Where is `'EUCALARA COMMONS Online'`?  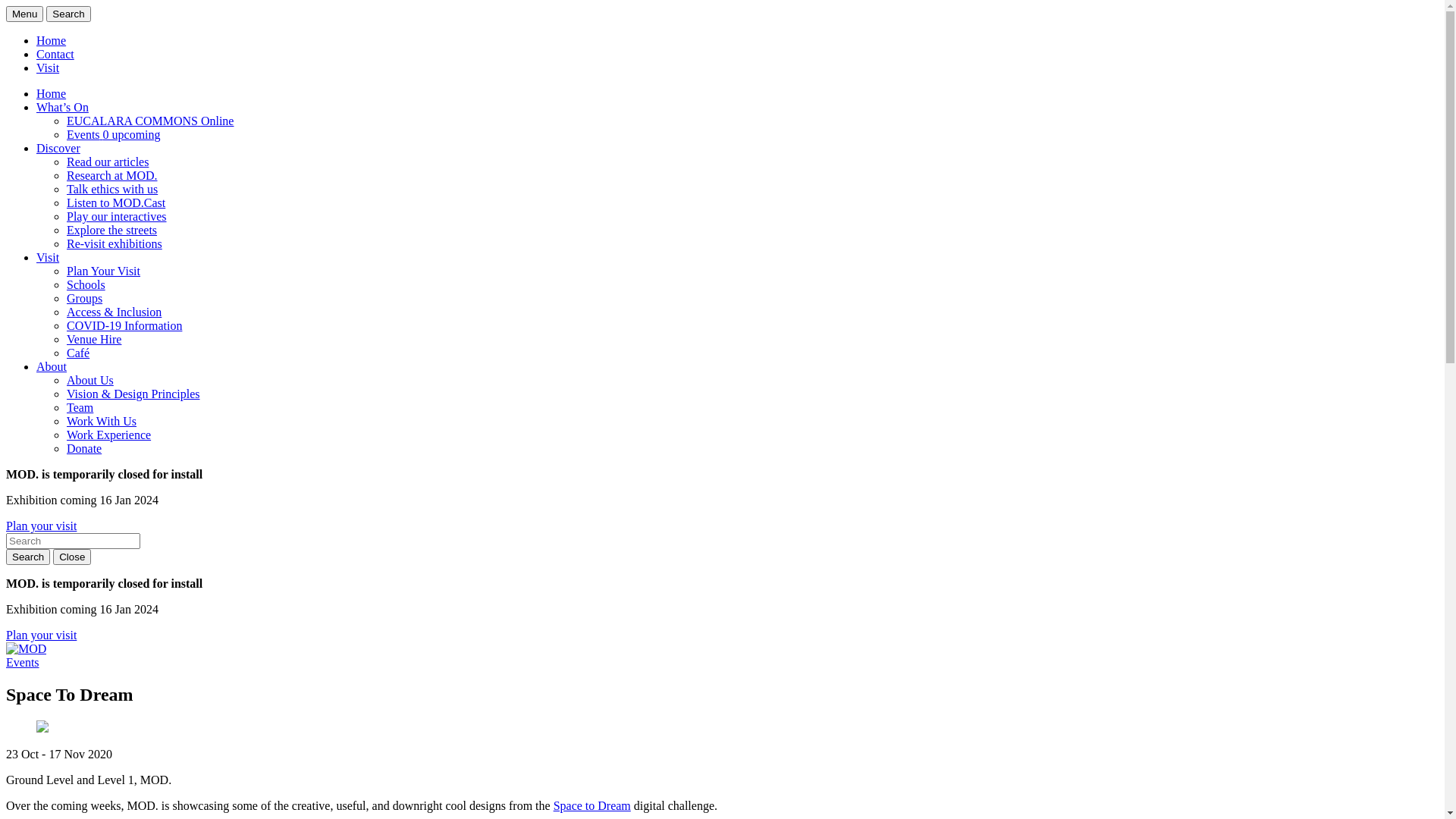
'EUCALARA COMMONS Online' is located at coordinates (149, 120).